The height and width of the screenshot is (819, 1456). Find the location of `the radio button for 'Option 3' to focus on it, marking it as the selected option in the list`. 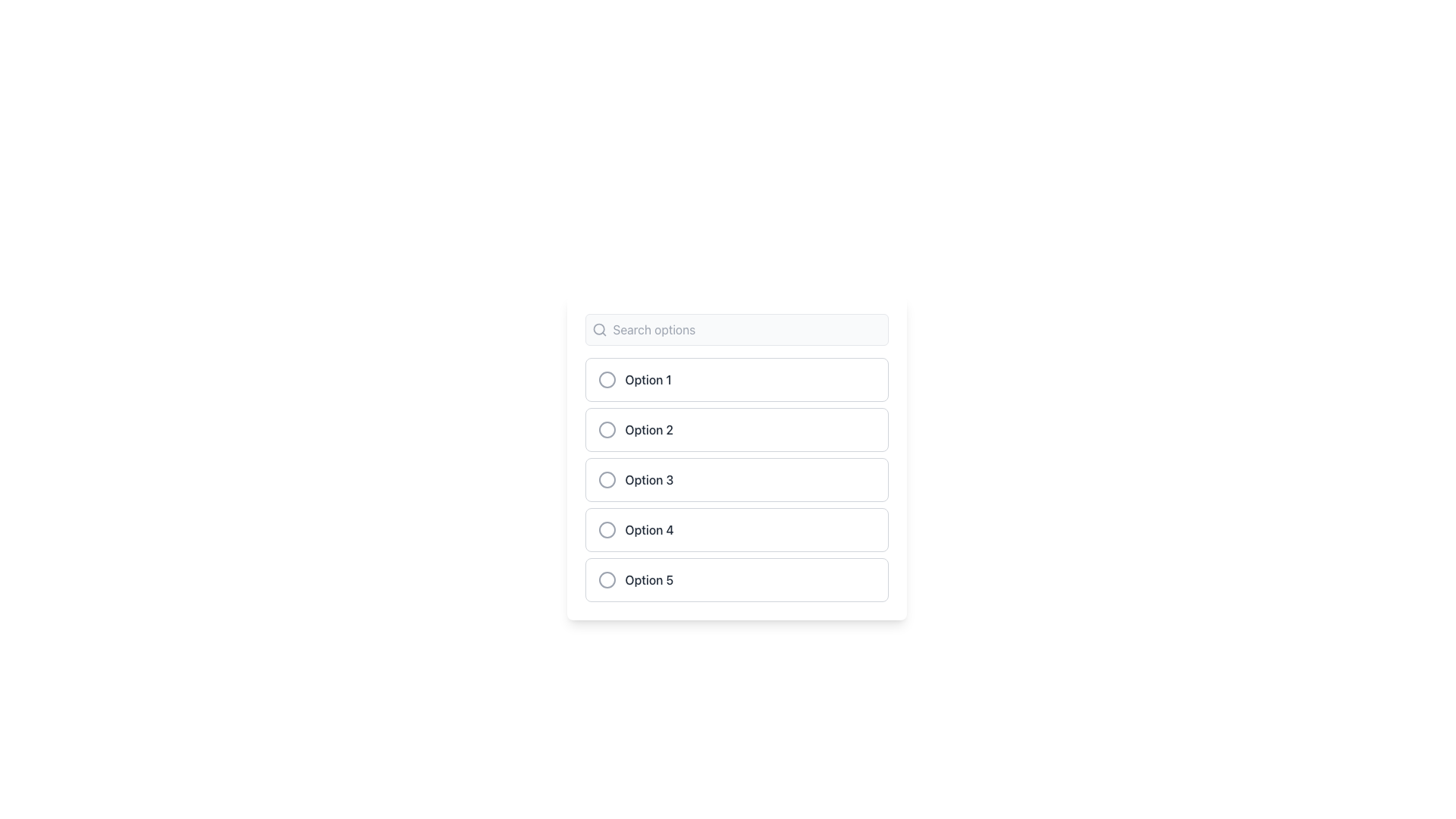

the radio button for 'Option 3' to focus on it, marking it as the selected option in the list is located at coordinates (607, 479).